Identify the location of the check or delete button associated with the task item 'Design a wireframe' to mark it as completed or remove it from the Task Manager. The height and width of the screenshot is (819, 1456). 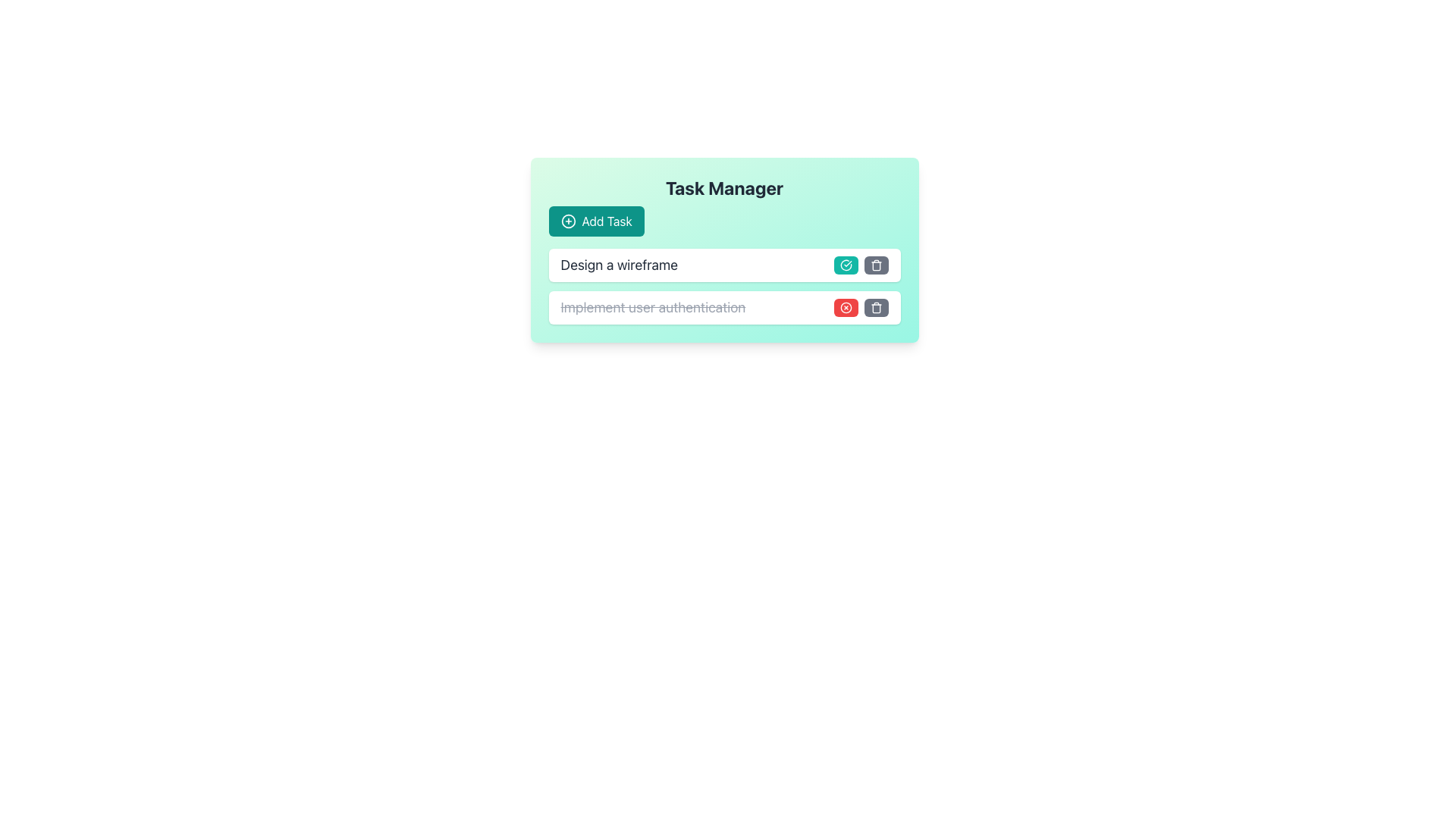
(723, 287).